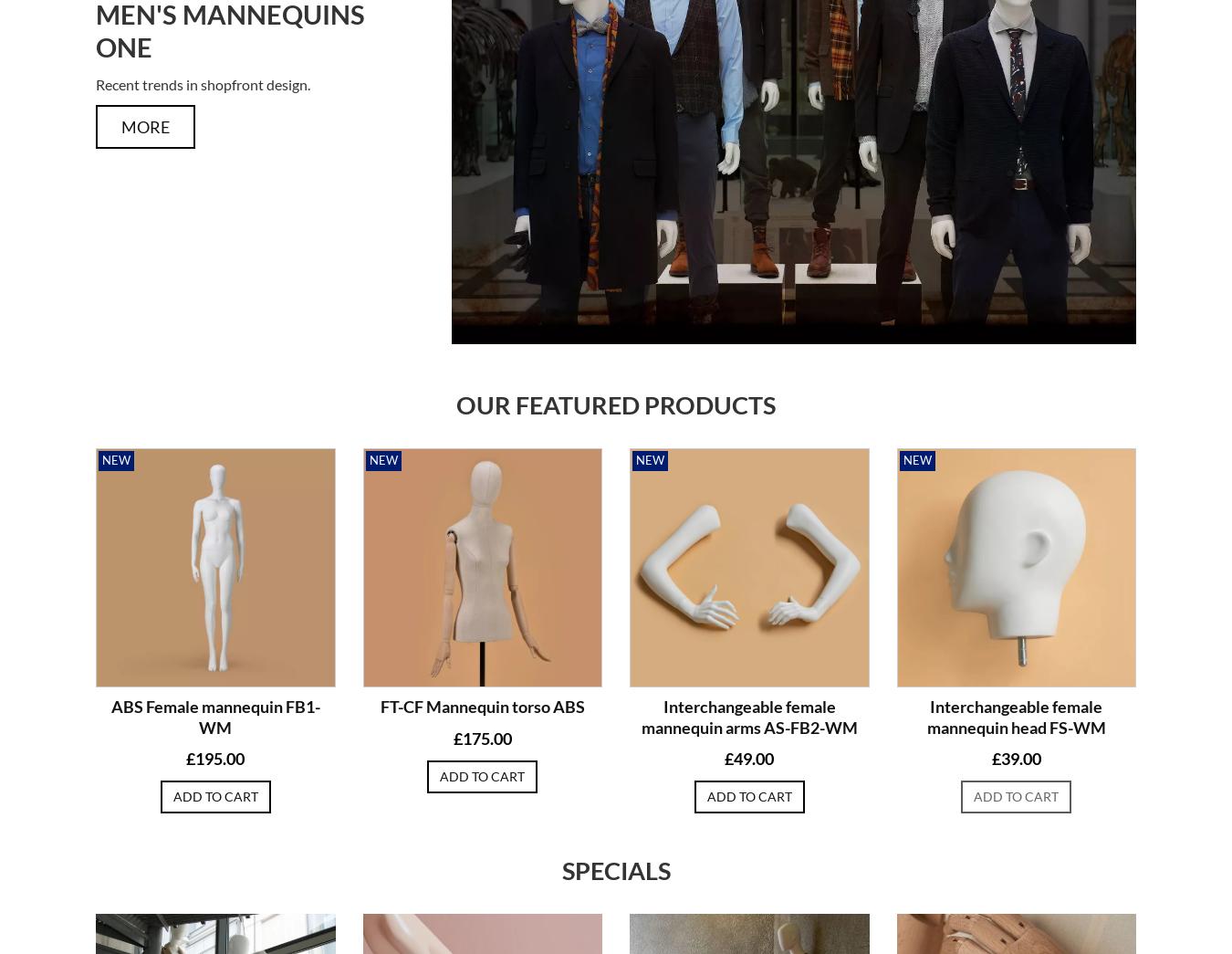 Image resolution: width=1232 pixels, height=954 pixels. I want to click on 'FT-CF Mannequin torso ABS', so click(379, 707).